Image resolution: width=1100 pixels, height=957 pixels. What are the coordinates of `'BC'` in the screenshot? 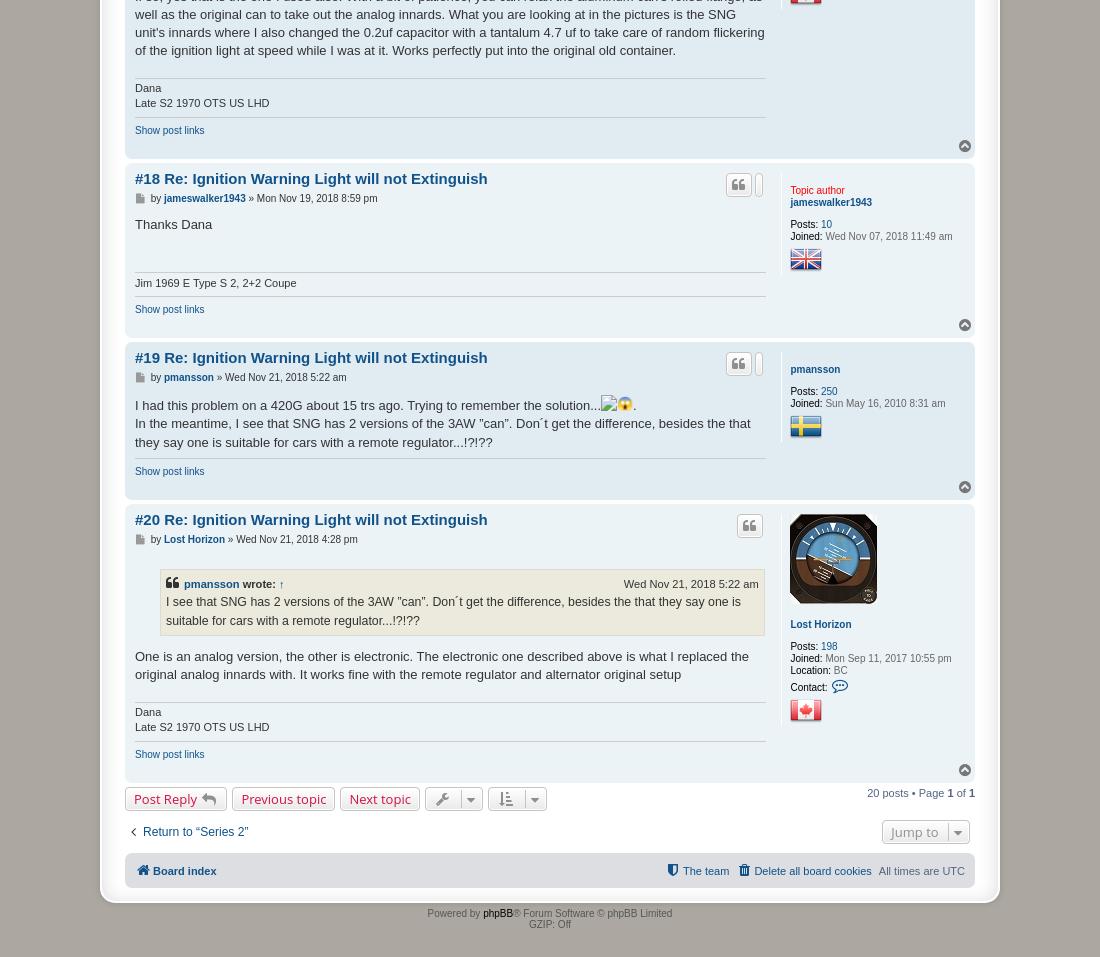 It's located at (837, 668).